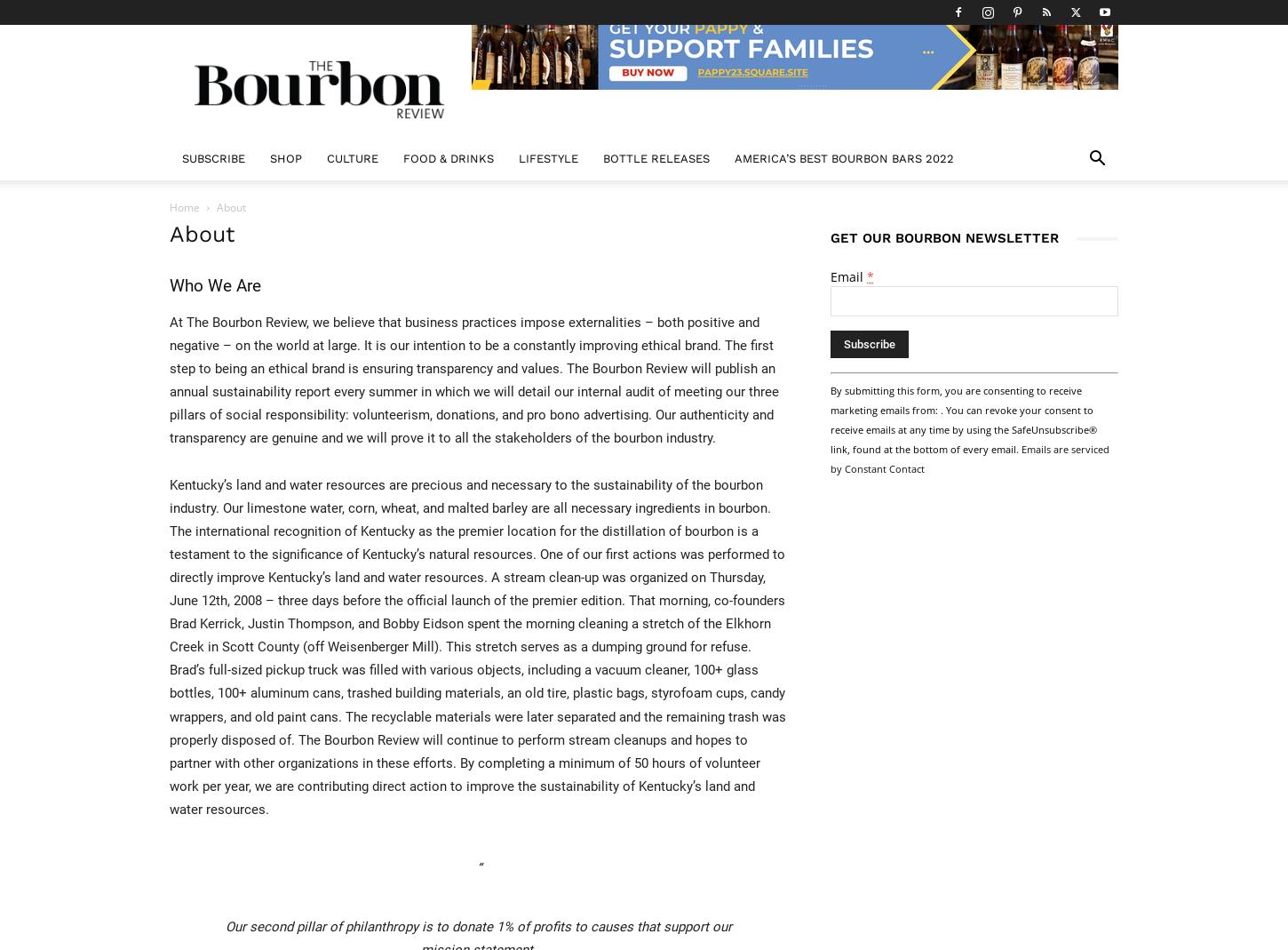 This screenshot has height=950, width=1288. I want to click on 'Kentucky’s land and water resources are precious and necessary to the sustainability of the bourbon industry. Our limestone water, corn, wheat, and malted barley are all necessary ingredients in bourbon. The international recognition of Kentucky as the premier location for the distillation of bourbon is a testament to the significance of Kentucky’s natural resources. One of our first actions was performed to directly improve Kentucky’s land and water resources. A stream clean-up was organized on Thursday, June 12th, 2008 – three days before the official launch of the premier edition. That morning, co-founders Brad Kerrick, Justin Thompson, and Bobby Eidson spent the morning cleaning a stretch of the Elkhorn Creek in Scott County (off Weisenberger Mill). This stretch serves as a dumping ground for refuse. Brad’s full-sized pickup truck was filled with various objects, including a vacuum cleaner, 100+ glass bottles, 100+ aluminum cans, trashed building materials, an old tire, plastic bags, styrofoam cups, candy wrappers, and old paint cans. The recyclable materials were later separated and the remaining trash was properly disposed of. The Bourbon Review will continue to perform stream cleanups and hopes to partner with other organizations in these efforts. By completing a minimum of 50 hours of volunteer work per year, we are contributing direct action to improve the sustainability of Kentucky’s land and water resources.', so click(477, 645).